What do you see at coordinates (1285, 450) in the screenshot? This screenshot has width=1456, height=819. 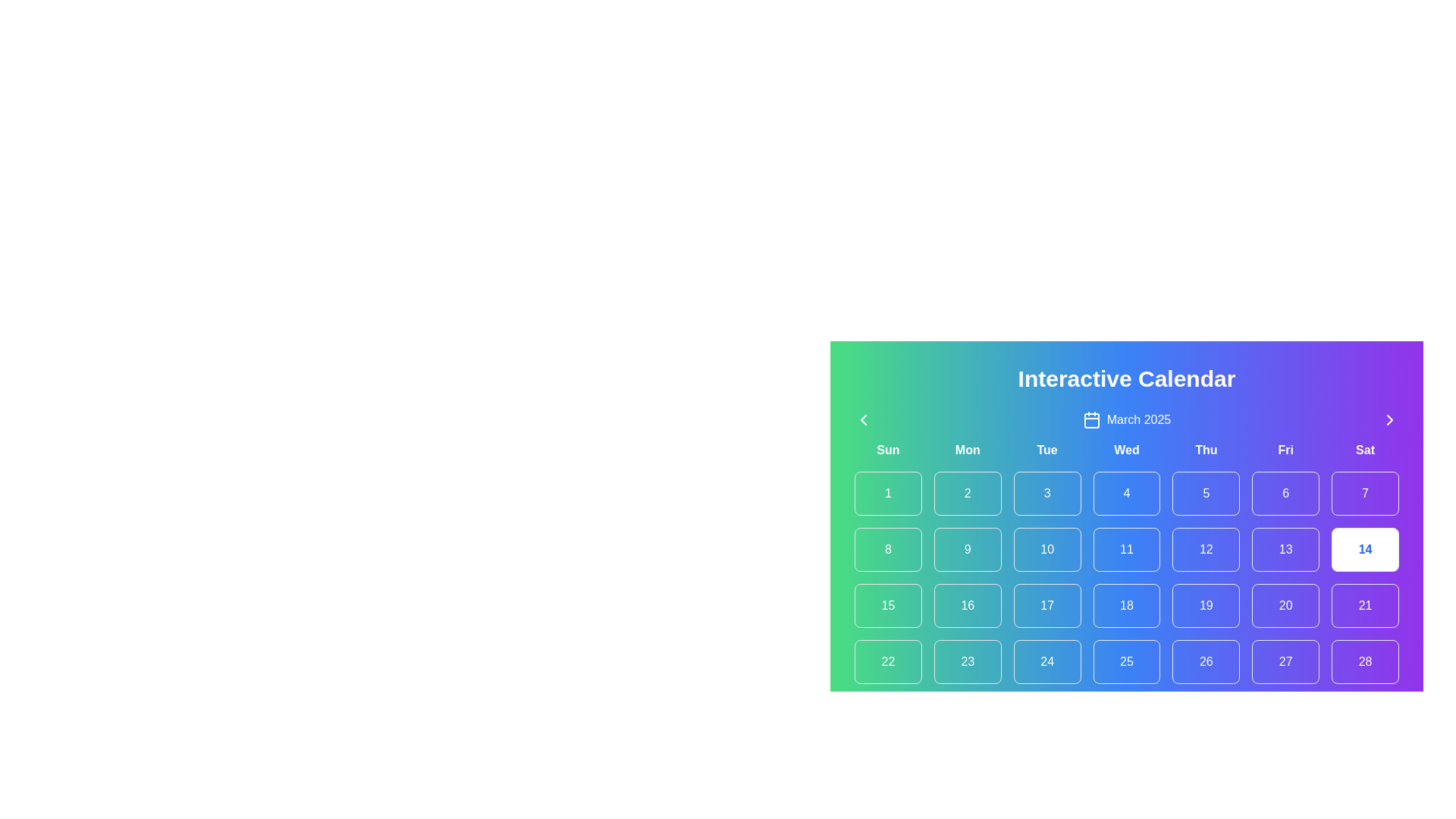 I see `the static label marking the Friday column in the calendar's weekday header row` at bounding box center [1285, 450].